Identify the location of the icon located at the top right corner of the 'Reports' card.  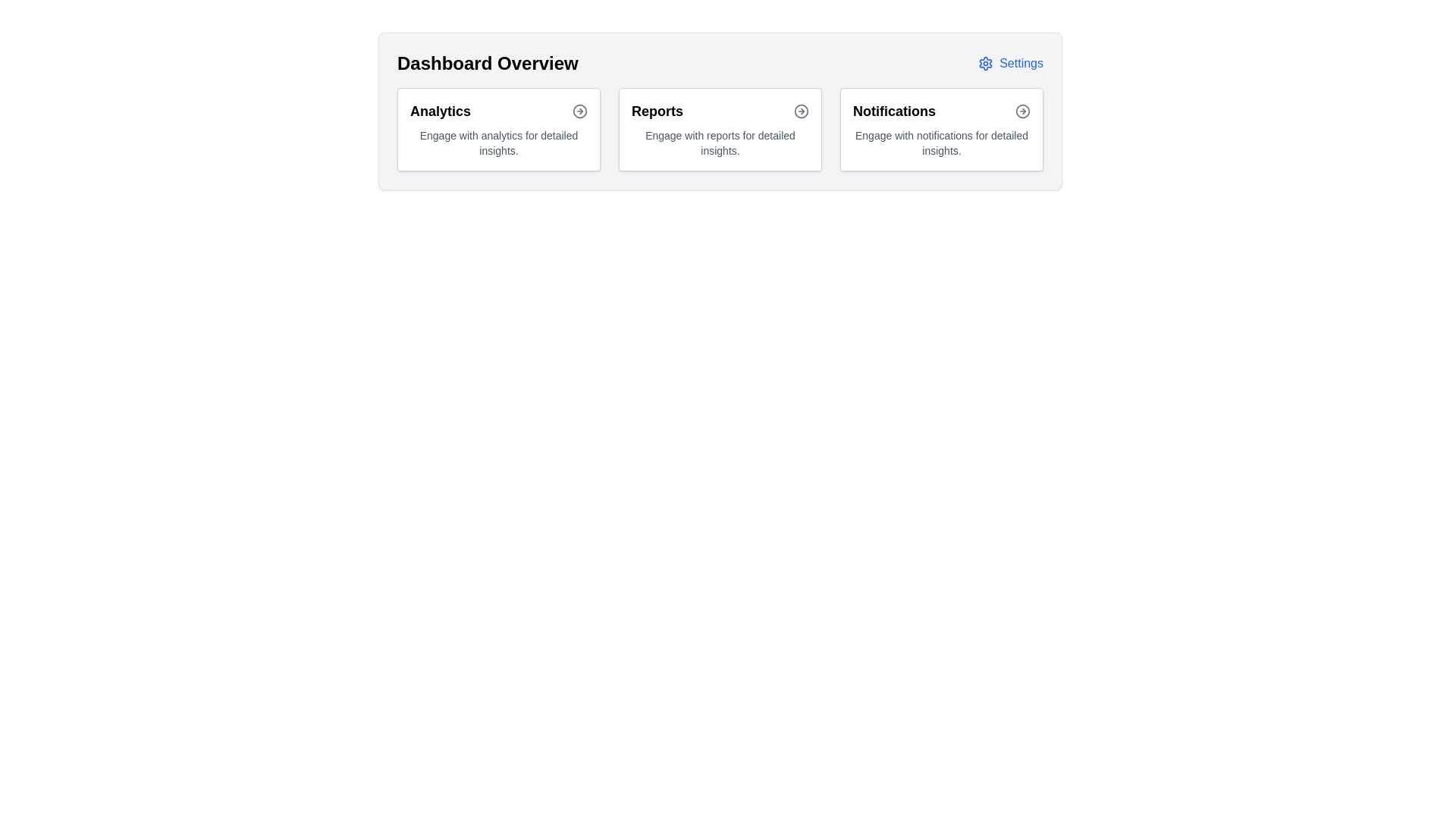
(800, 110).